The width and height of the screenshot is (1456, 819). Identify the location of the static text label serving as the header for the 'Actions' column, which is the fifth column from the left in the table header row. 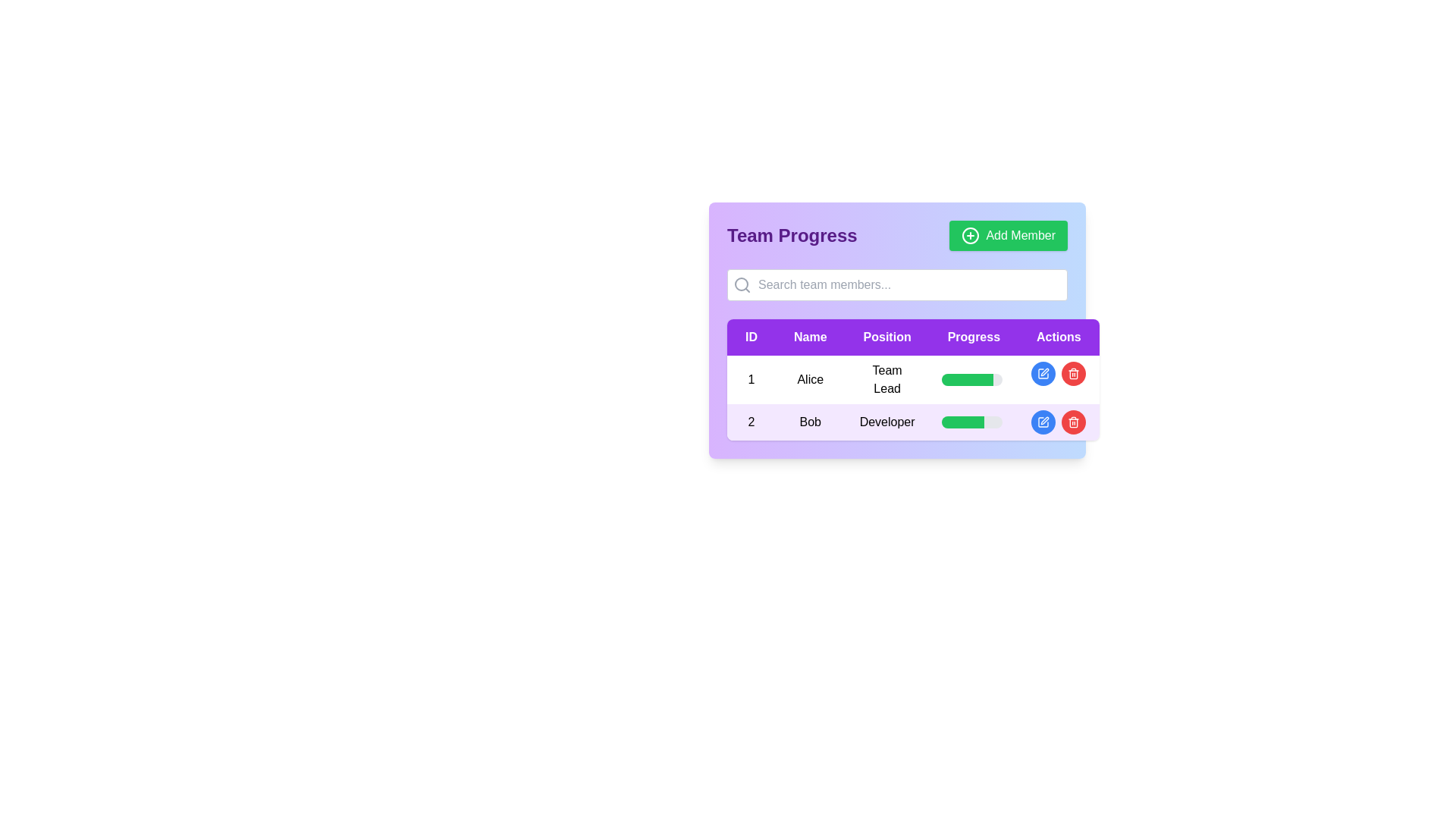
(1058, 336).